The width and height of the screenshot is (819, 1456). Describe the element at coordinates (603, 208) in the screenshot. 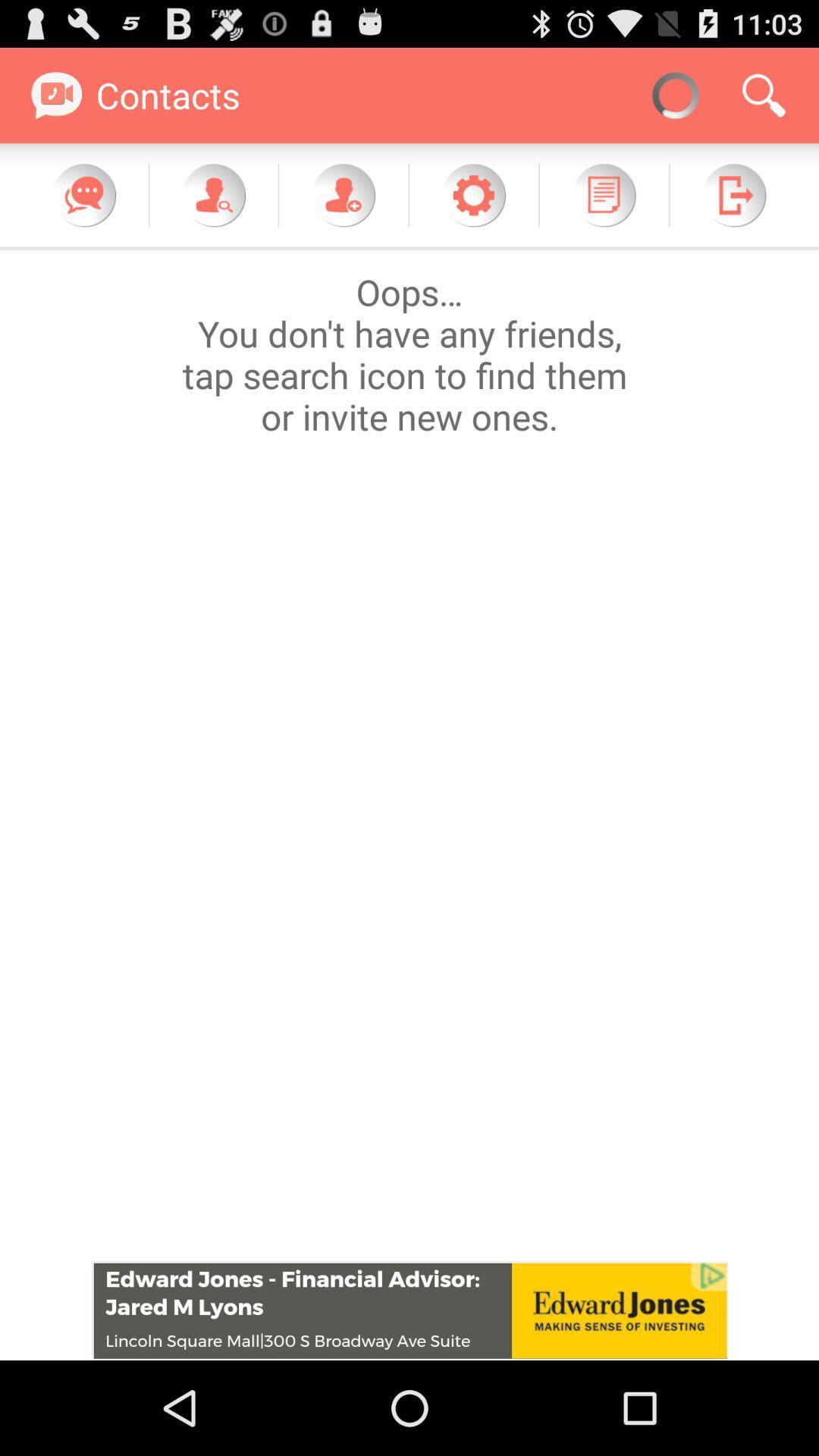

I see `the copy icon` at that location.